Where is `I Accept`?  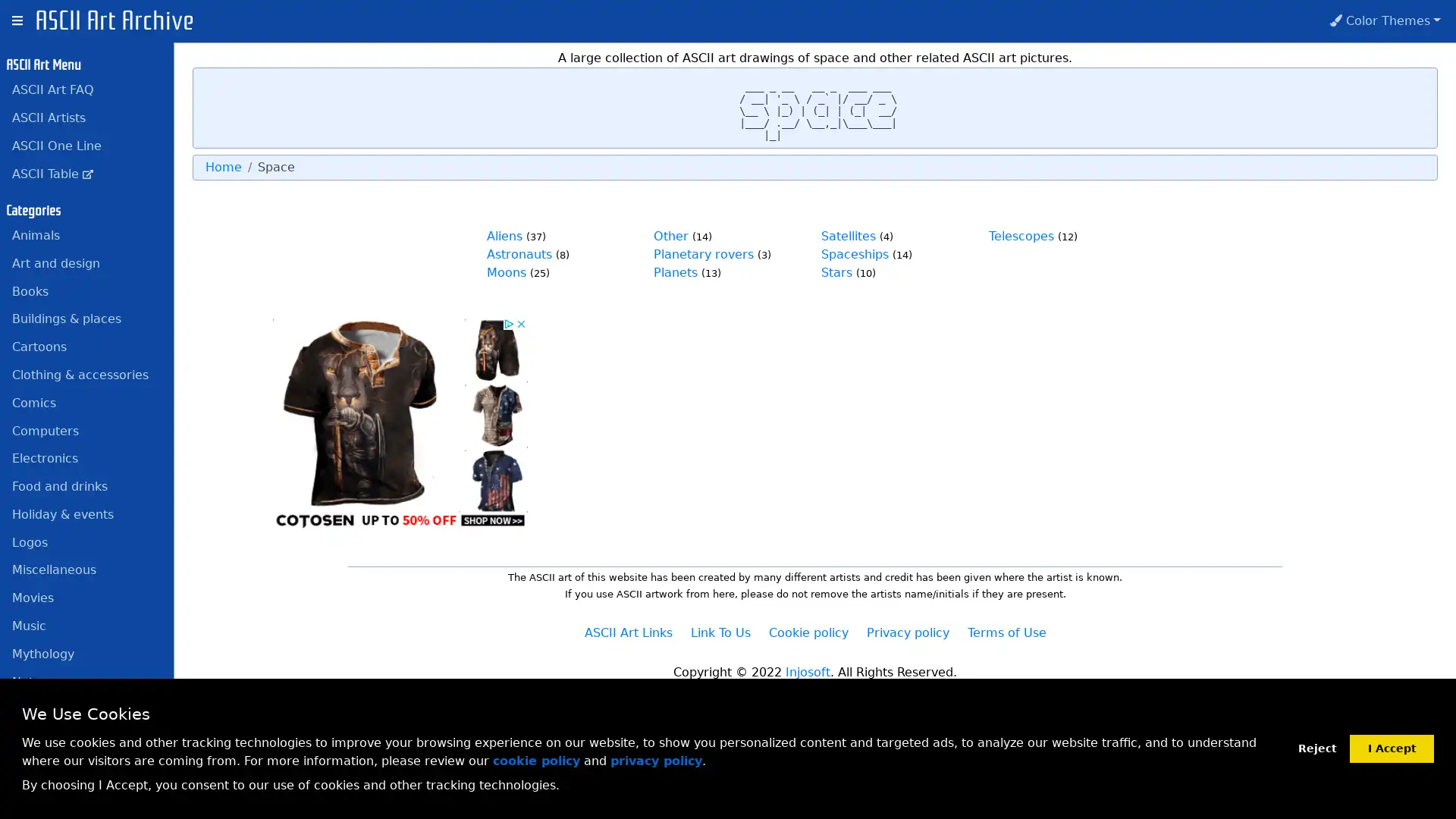
I Accept is located at coordinates (1392, 747).